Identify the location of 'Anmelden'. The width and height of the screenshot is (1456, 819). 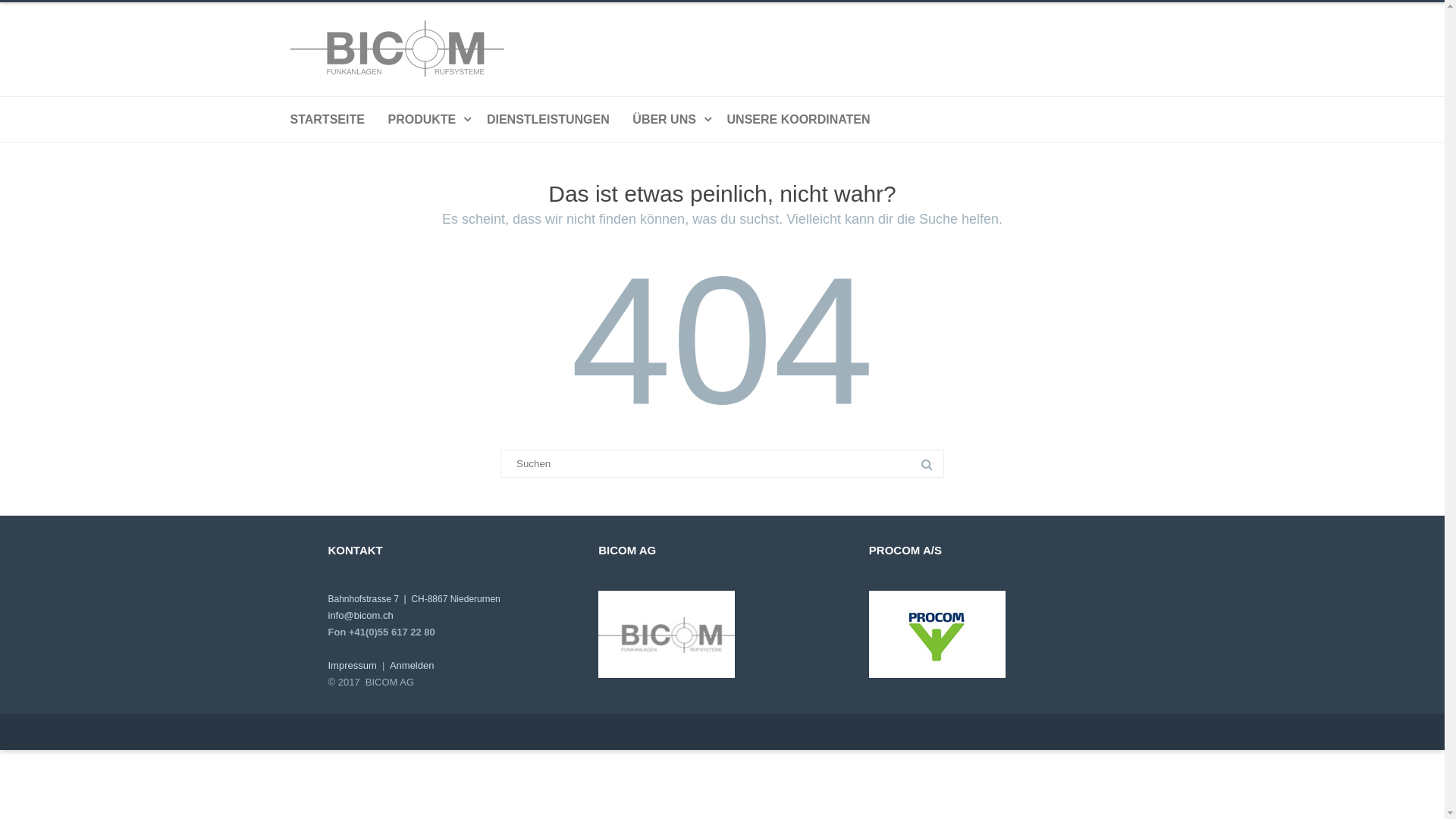
(389, 664).